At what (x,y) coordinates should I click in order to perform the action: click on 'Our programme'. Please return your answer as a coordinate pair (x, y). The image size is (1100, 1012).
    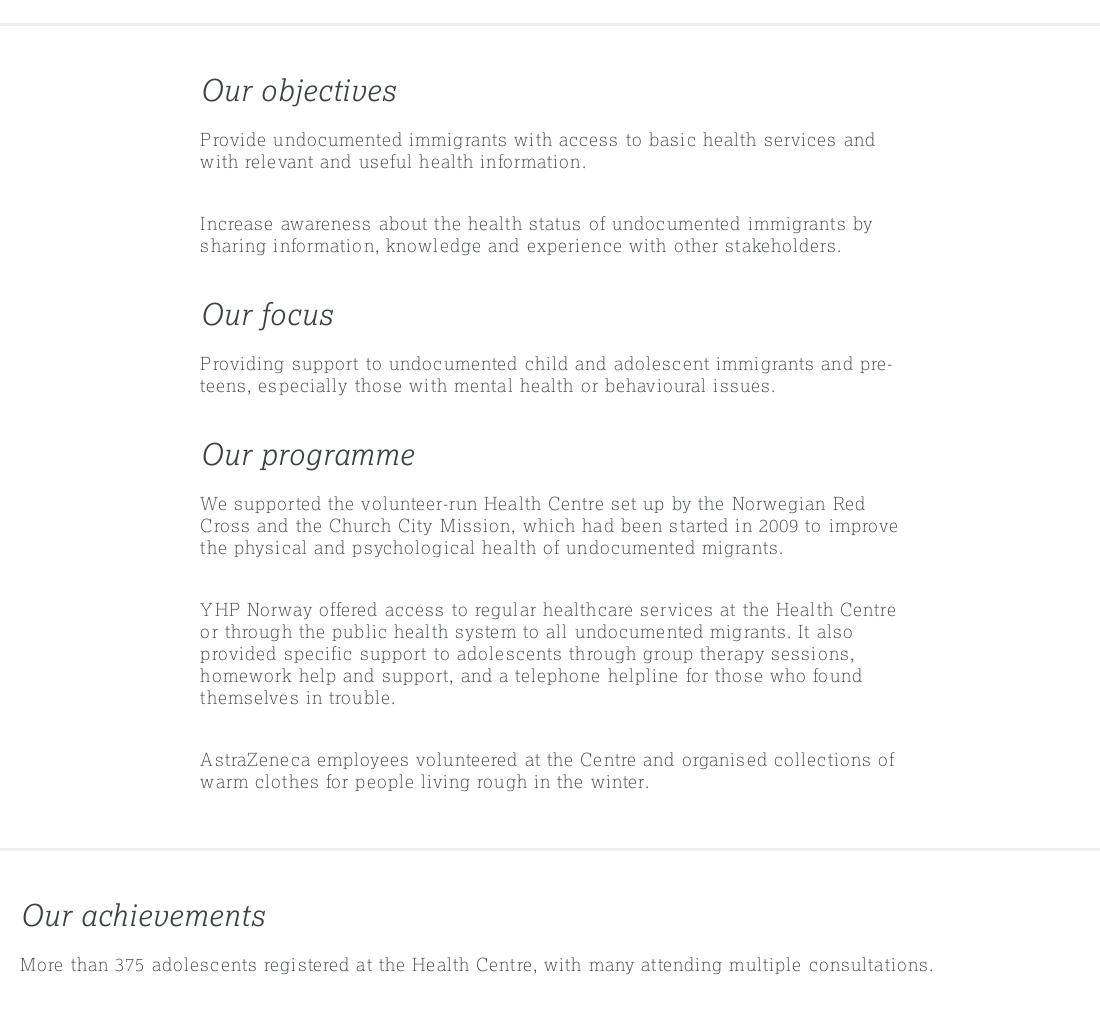
    Looking at the image, I should click on (306, 453).